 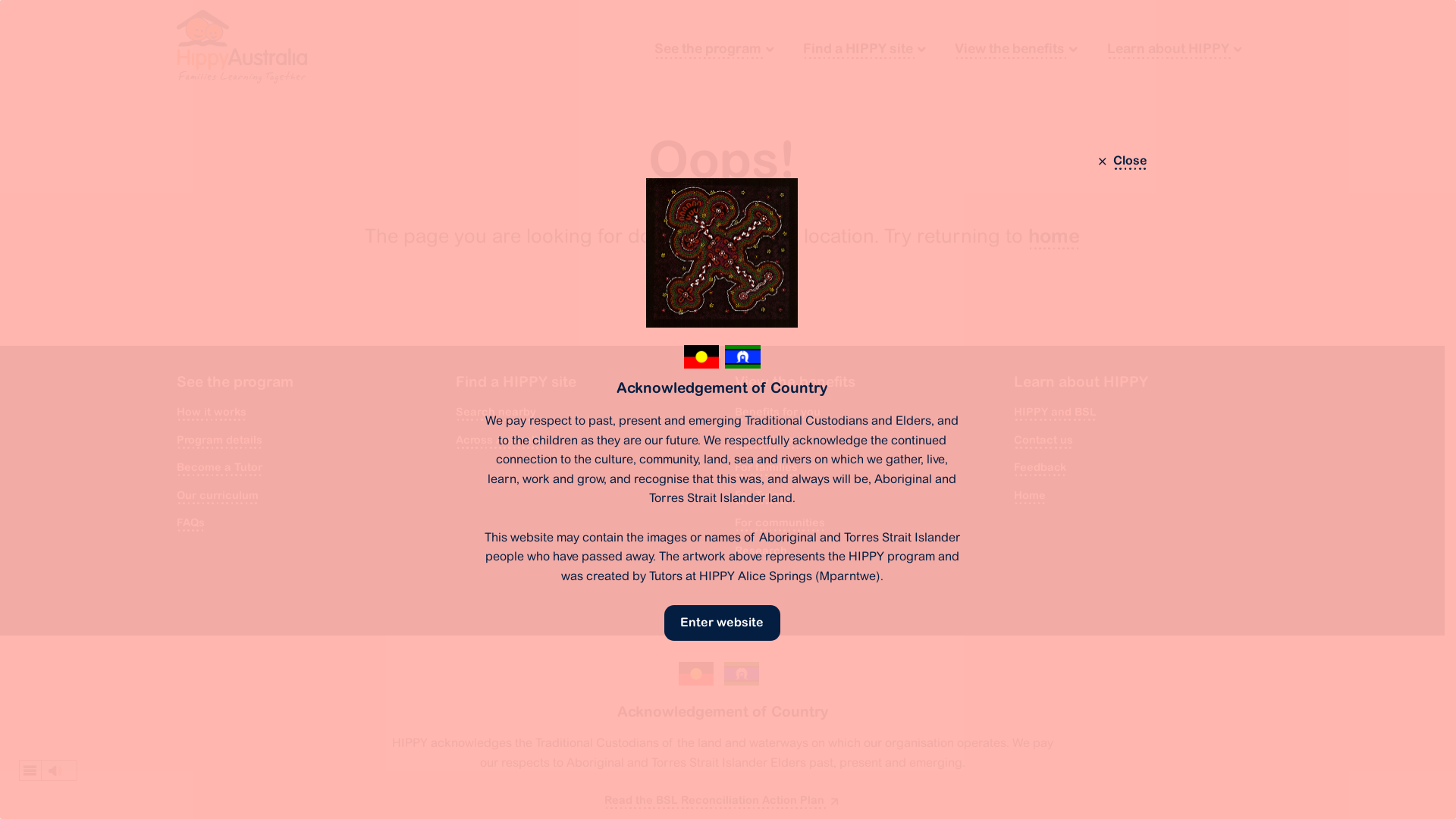 I want to click on 'Find a HIPPY site', so click(x=864, y=48).